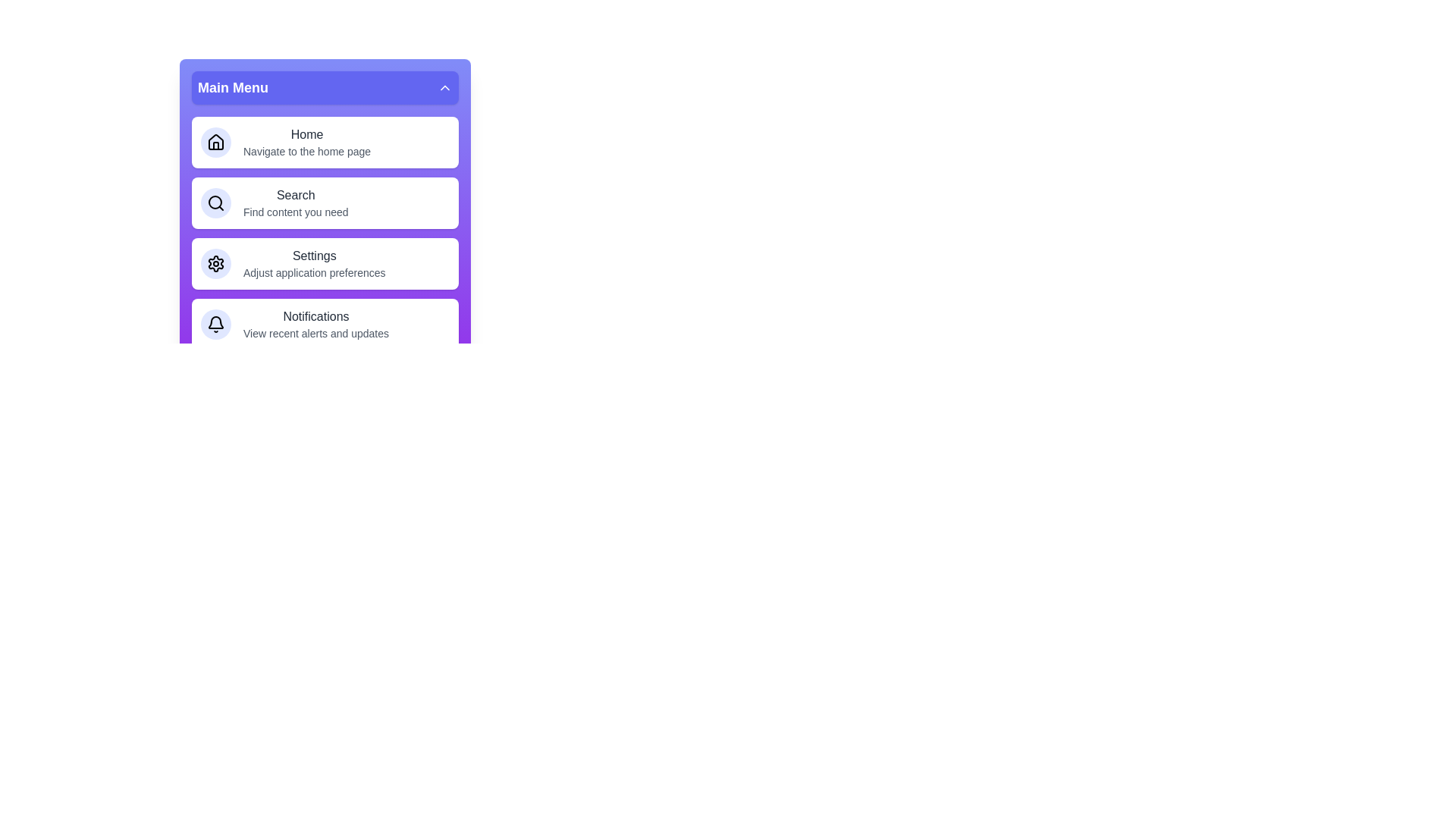  Describe the element at coordinates (215, 202) in the screenshot. I see `the icon associated with the menu item Search` at that location.